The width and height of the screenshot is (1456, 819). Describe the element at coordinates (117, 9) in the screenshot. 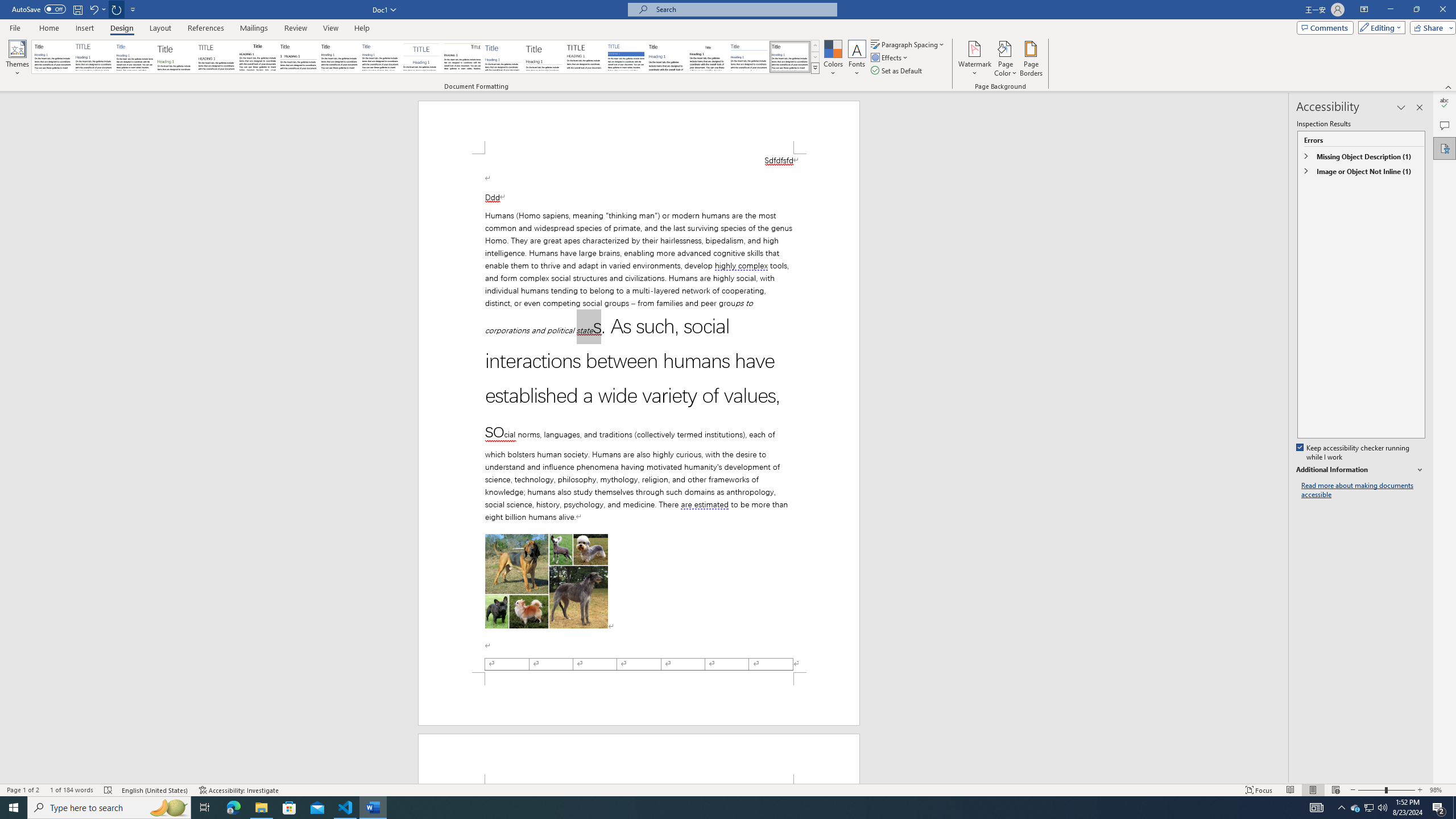

I see `'Repeat Accessibility Checker'` at that location.